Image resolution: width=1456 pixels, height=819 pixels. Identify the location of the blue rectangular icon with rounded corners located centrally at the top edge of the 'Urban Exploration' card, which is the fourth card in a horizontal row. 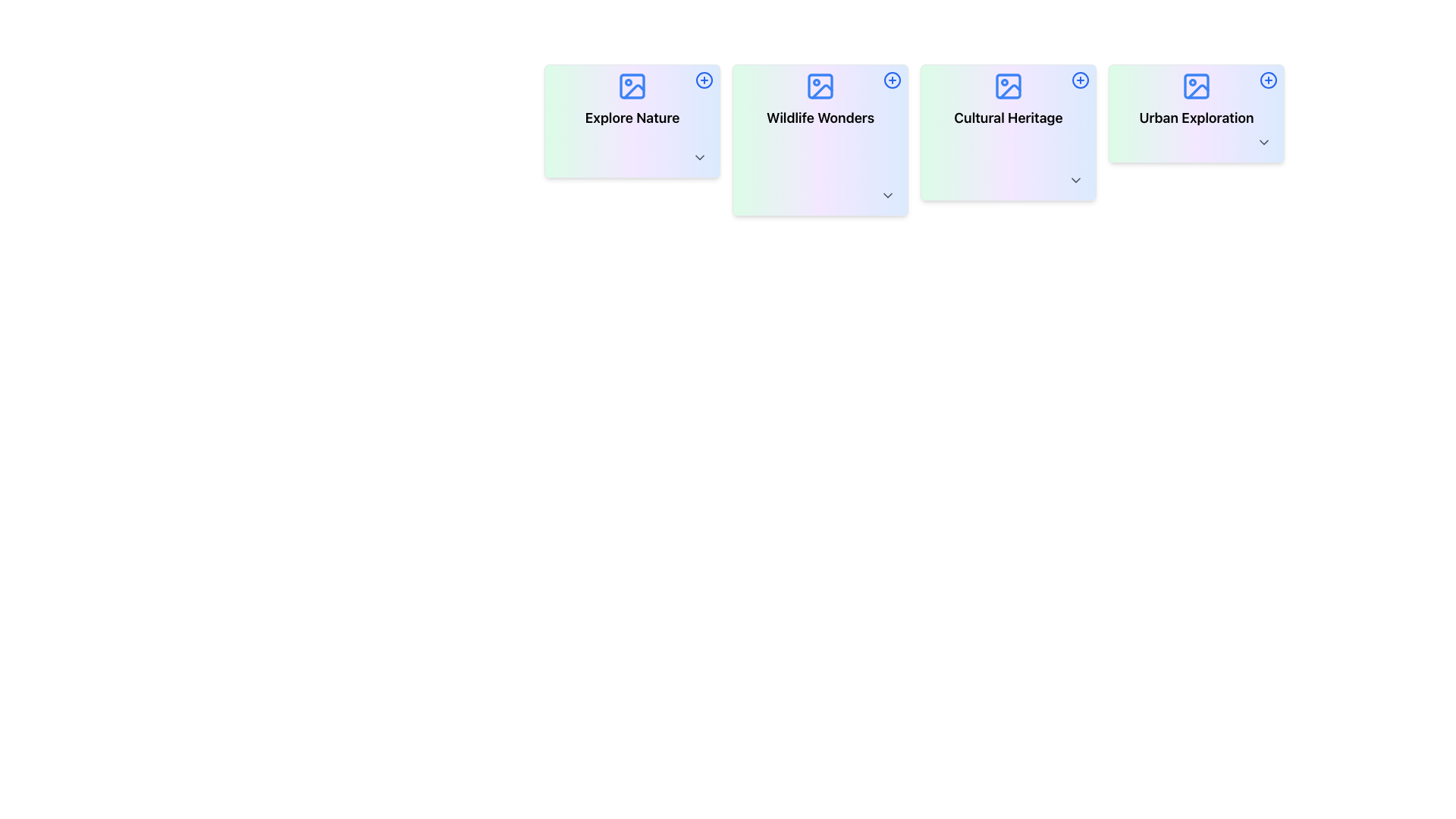
(1196, 86).